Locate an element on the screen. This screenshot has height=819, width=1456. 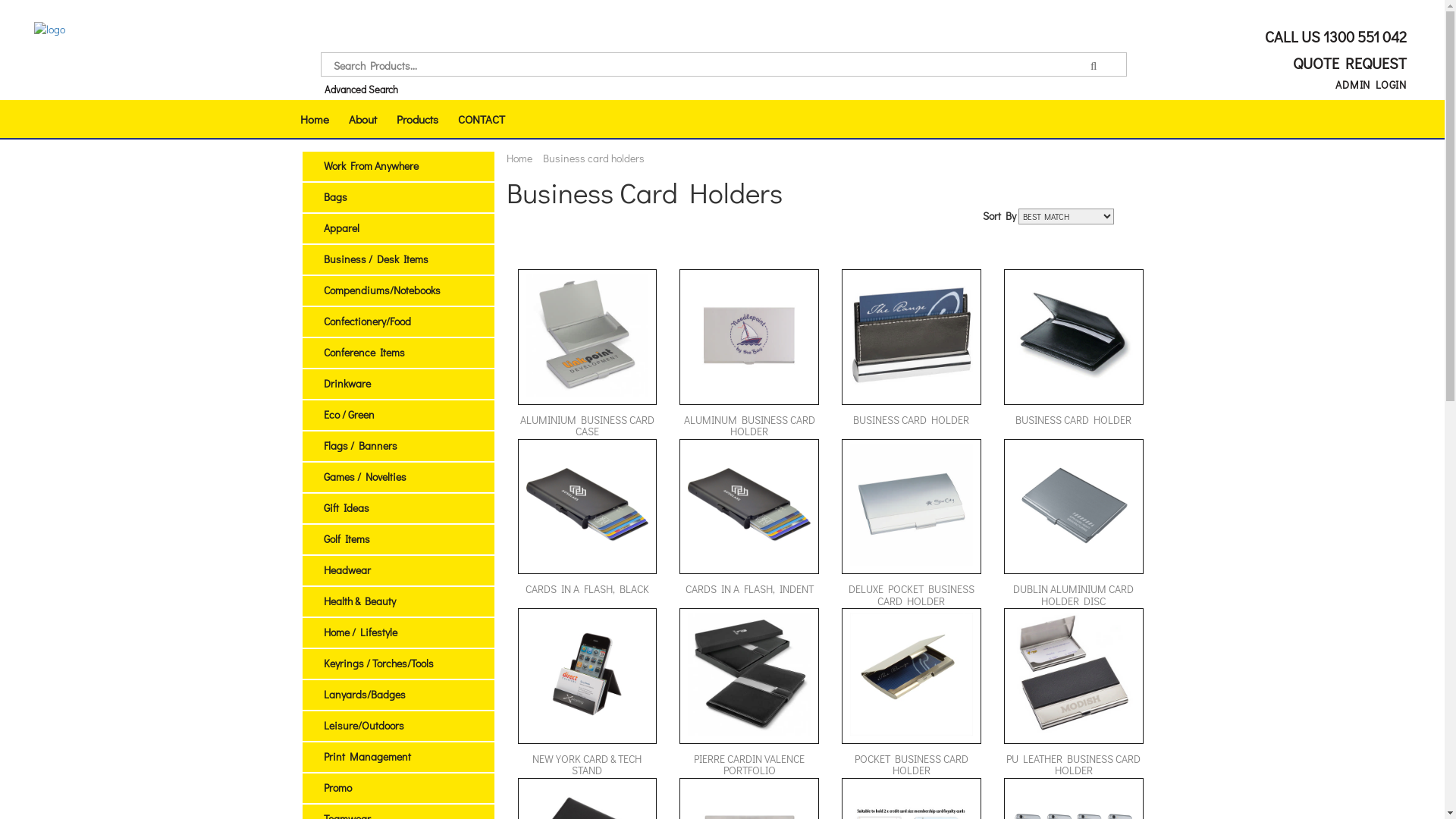
'Flags / Banners' is located at coordinates (359, 444).